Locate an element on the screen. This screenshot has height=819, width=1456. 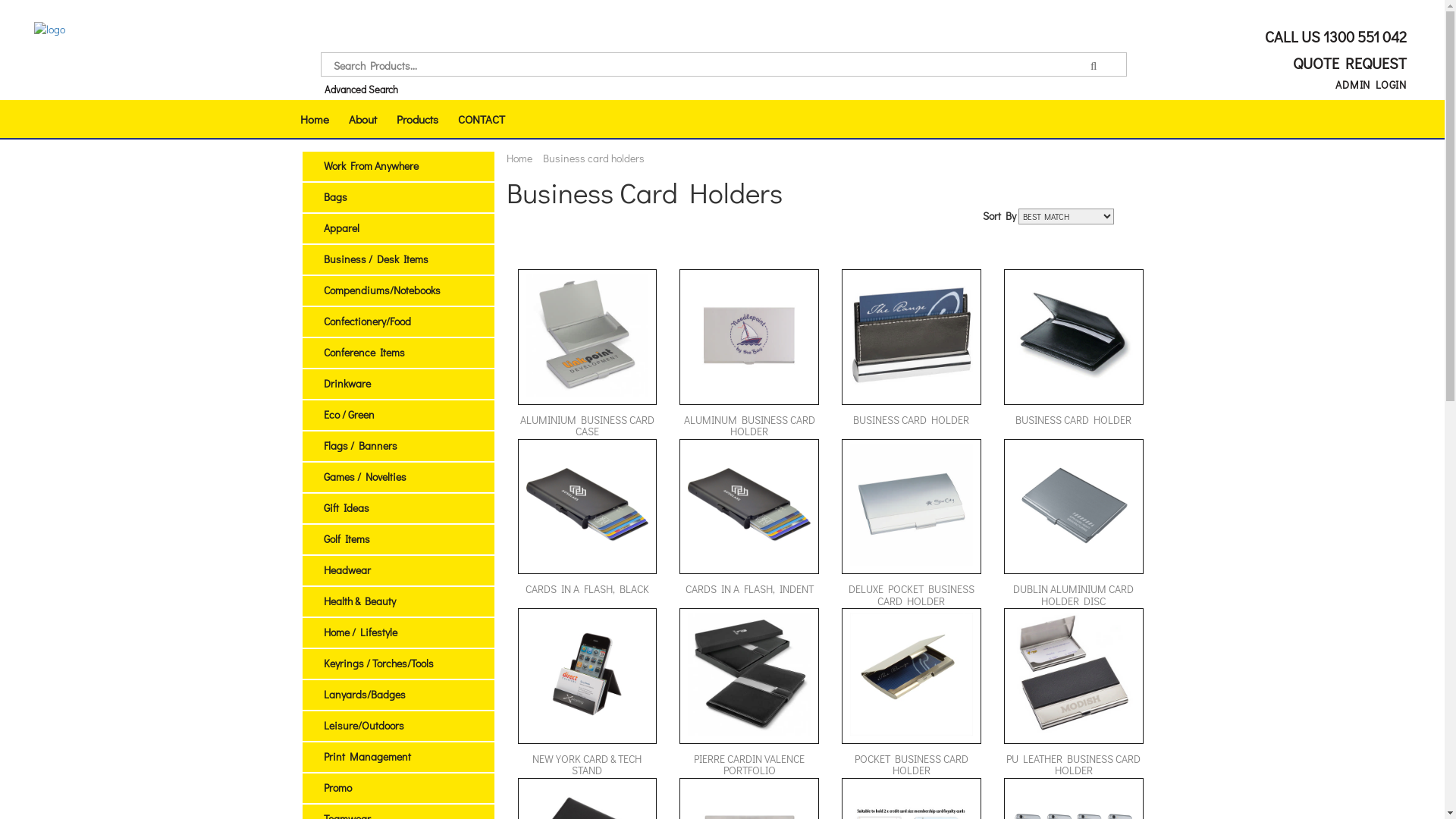
'Flags / Banners' is located at coordinates (359, 444).